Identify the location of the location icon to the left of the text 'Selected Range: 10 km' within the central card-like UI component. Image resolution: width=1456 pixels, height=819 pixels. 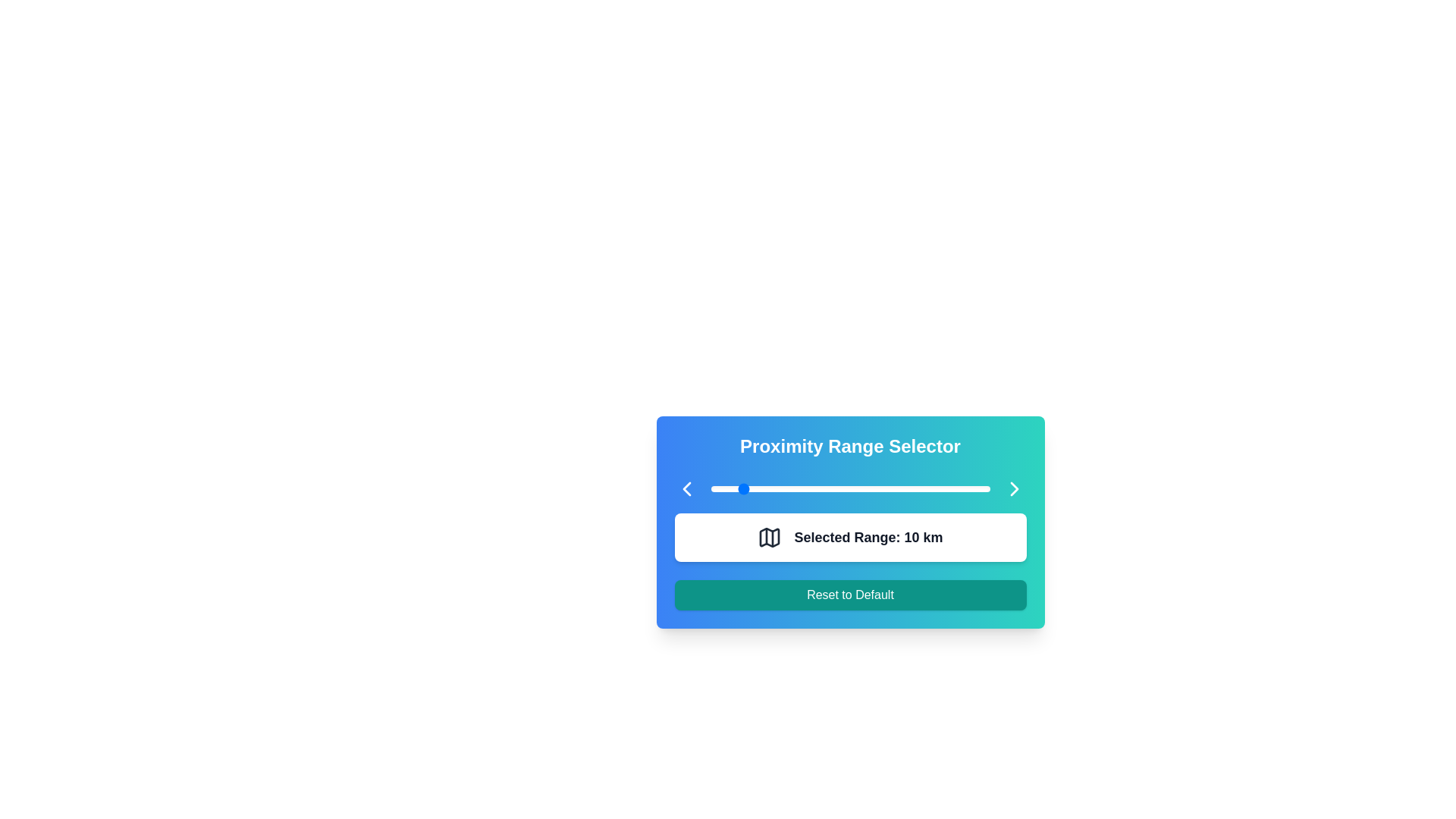
(770, 537).